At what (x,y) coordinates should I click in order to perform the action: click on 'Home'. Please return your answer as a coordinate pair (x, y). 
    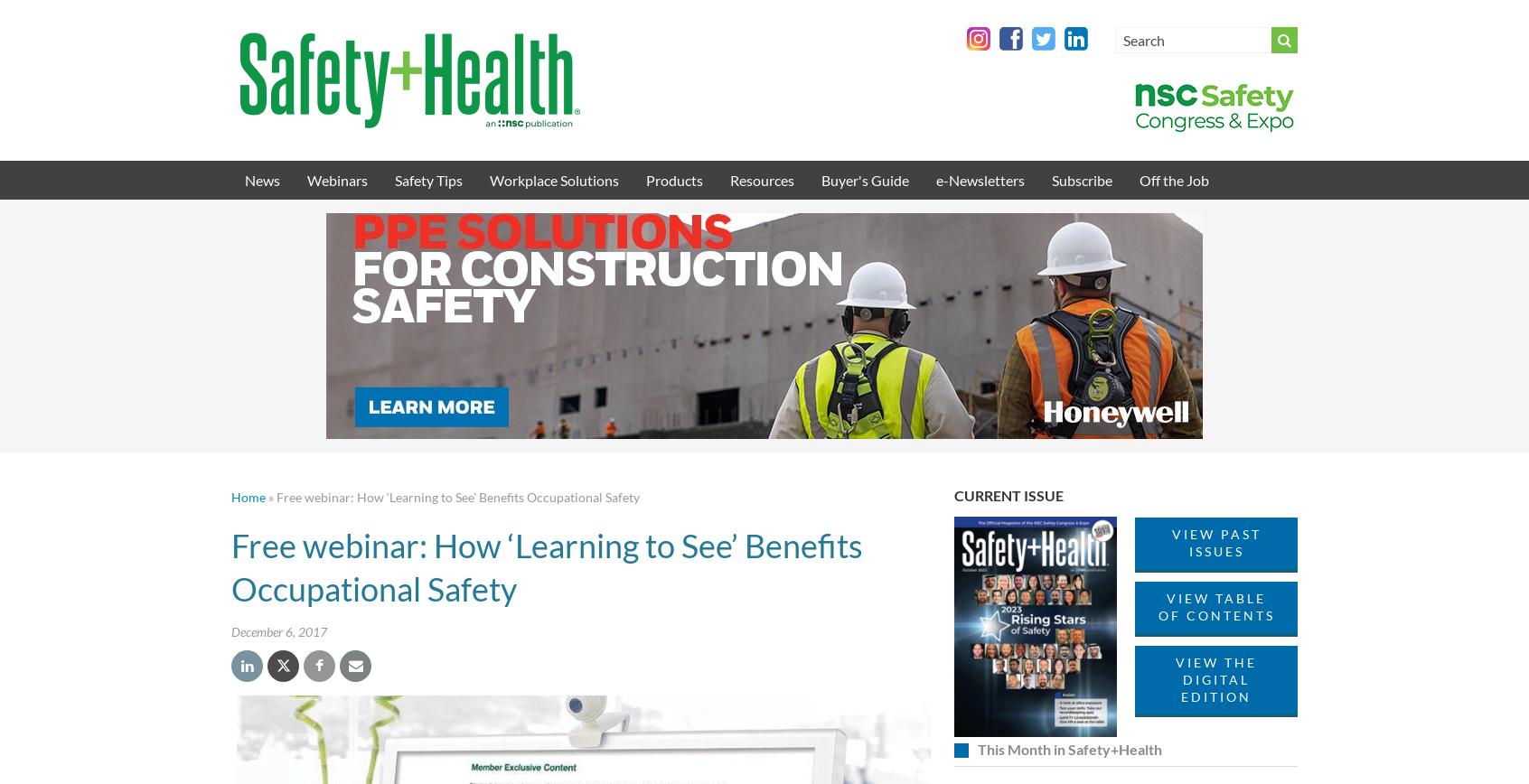
    Looking at the image, I should click on (230, 497).